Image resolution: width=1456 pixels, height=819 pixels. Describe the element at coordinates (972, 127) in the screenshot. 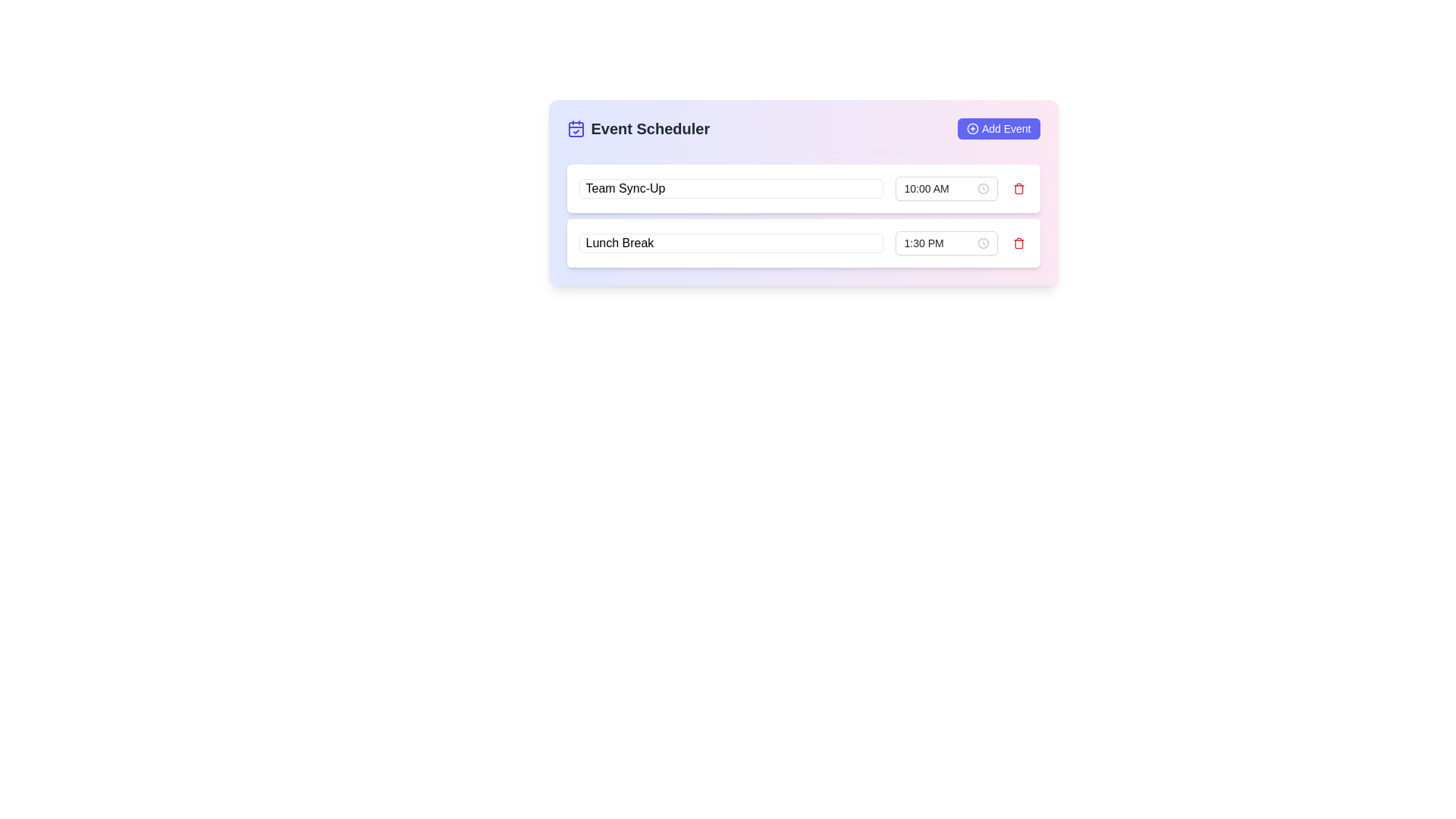

I see `the SVG Circle Component of the 'Add Event' button located in the top-right corner of the card interface` at that location.